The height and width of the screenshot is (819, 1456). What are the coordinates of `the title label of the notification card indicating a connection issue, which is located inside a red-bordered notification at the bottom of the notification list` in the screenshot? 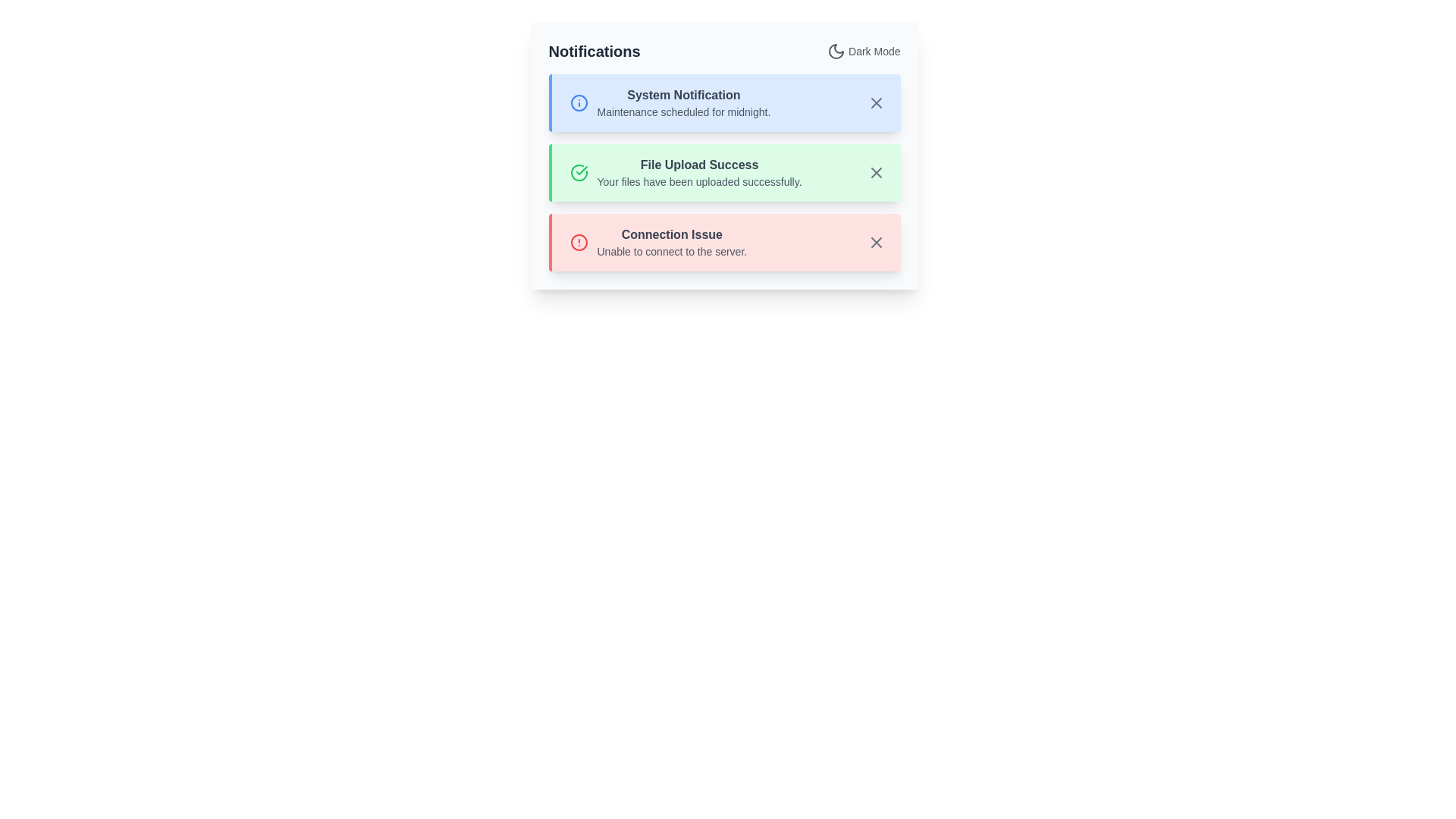 It's located at (671, 234).